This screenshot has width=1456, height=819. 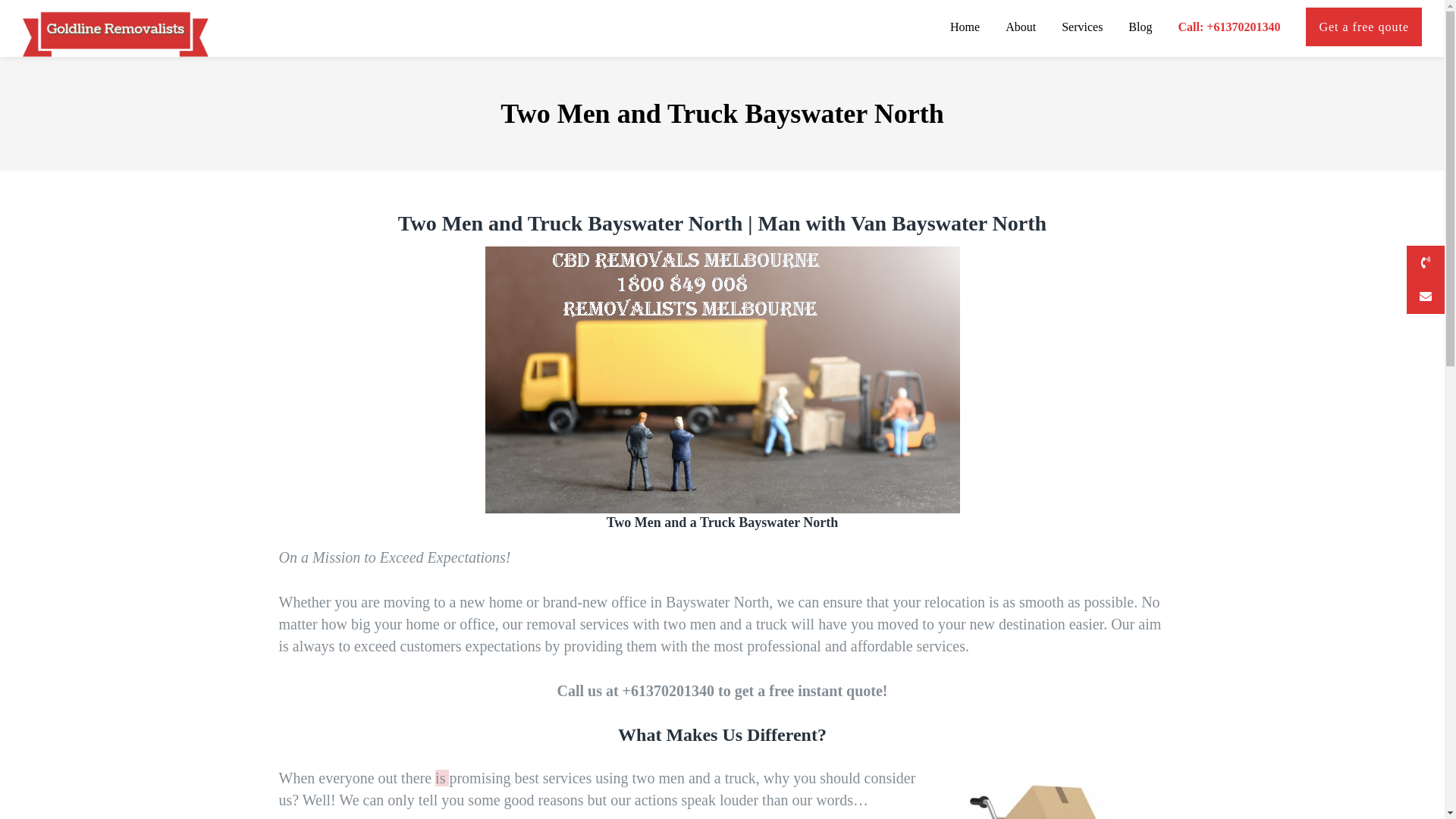 I want to click on 'Blog', so click(x=1119, y=28).